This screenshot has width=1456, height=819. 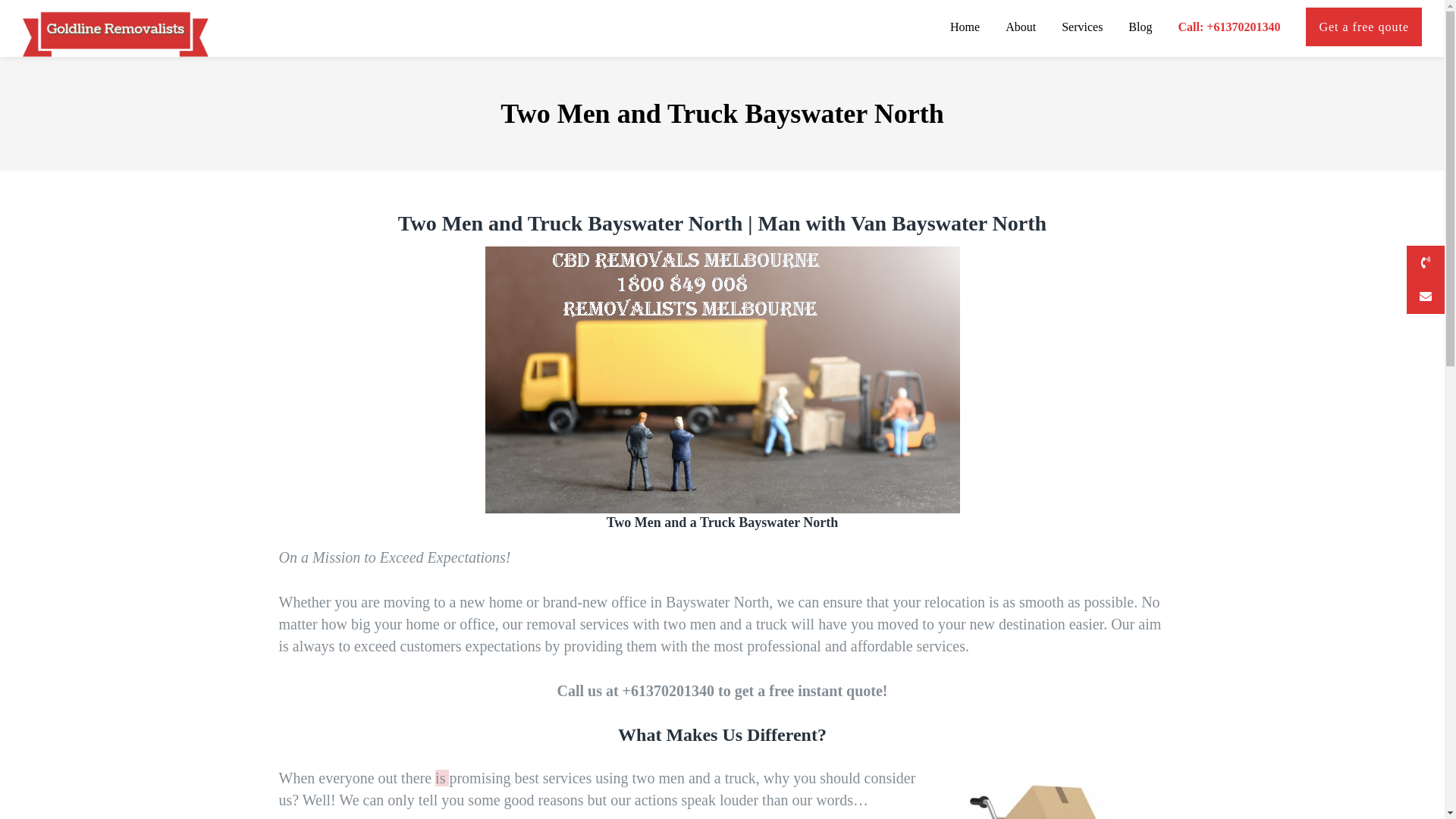 I want to click on 'Blog', so click(x=1119, y=28).